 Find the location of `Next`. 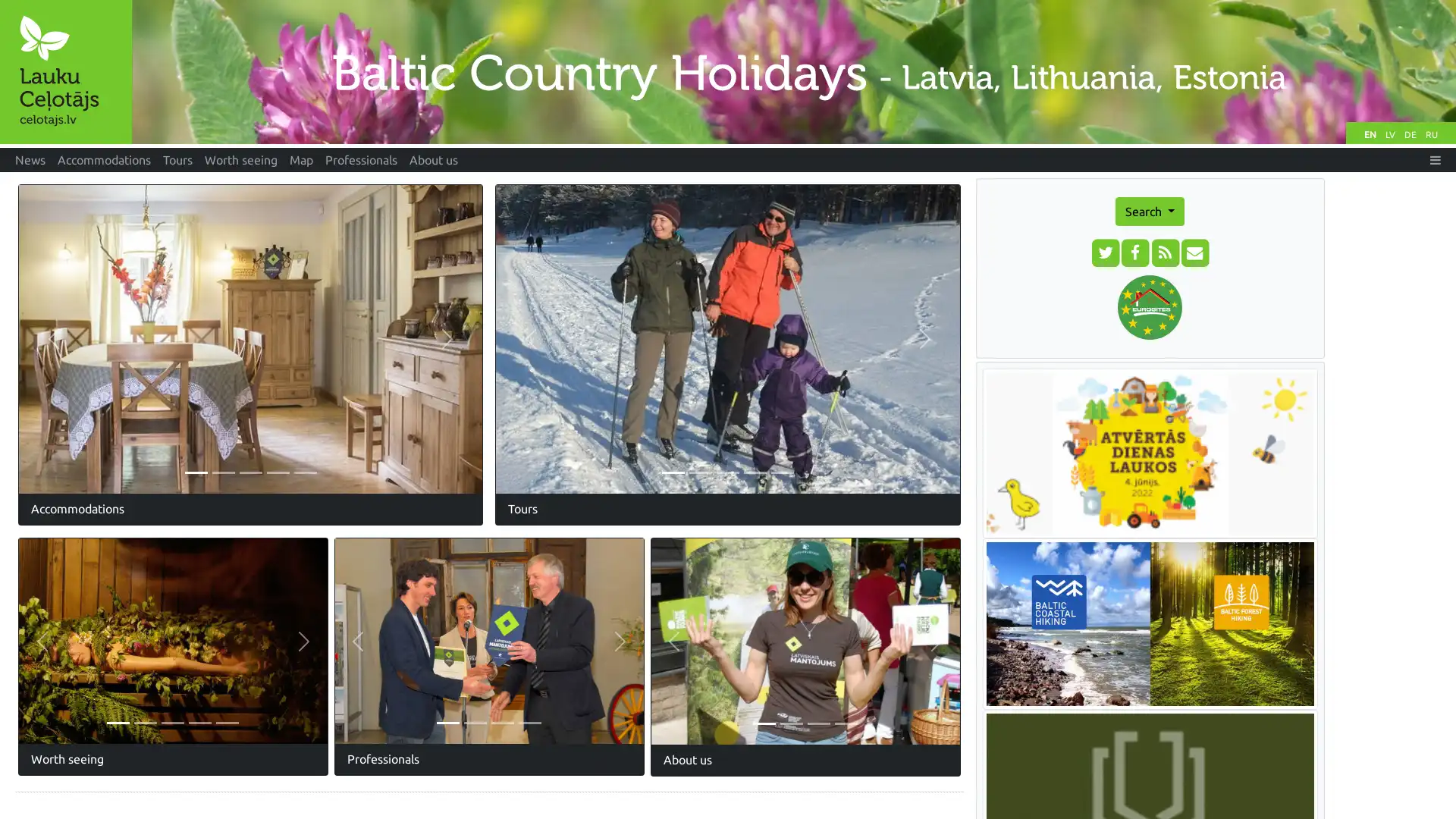

Next is located at coordinates (935, 641).